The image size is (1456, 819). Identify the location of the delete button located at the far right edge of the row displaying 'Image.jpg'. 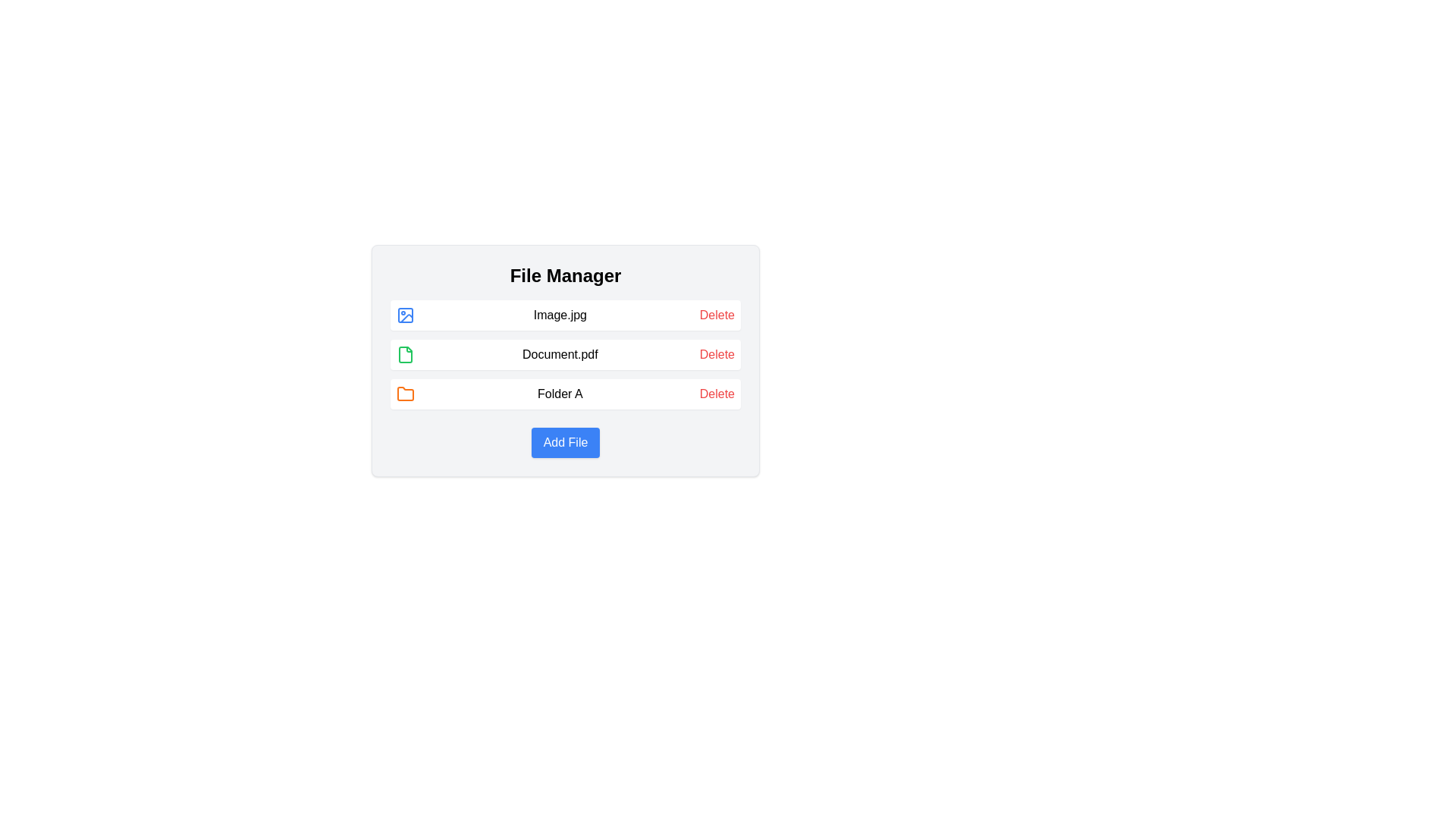
(716, 315).